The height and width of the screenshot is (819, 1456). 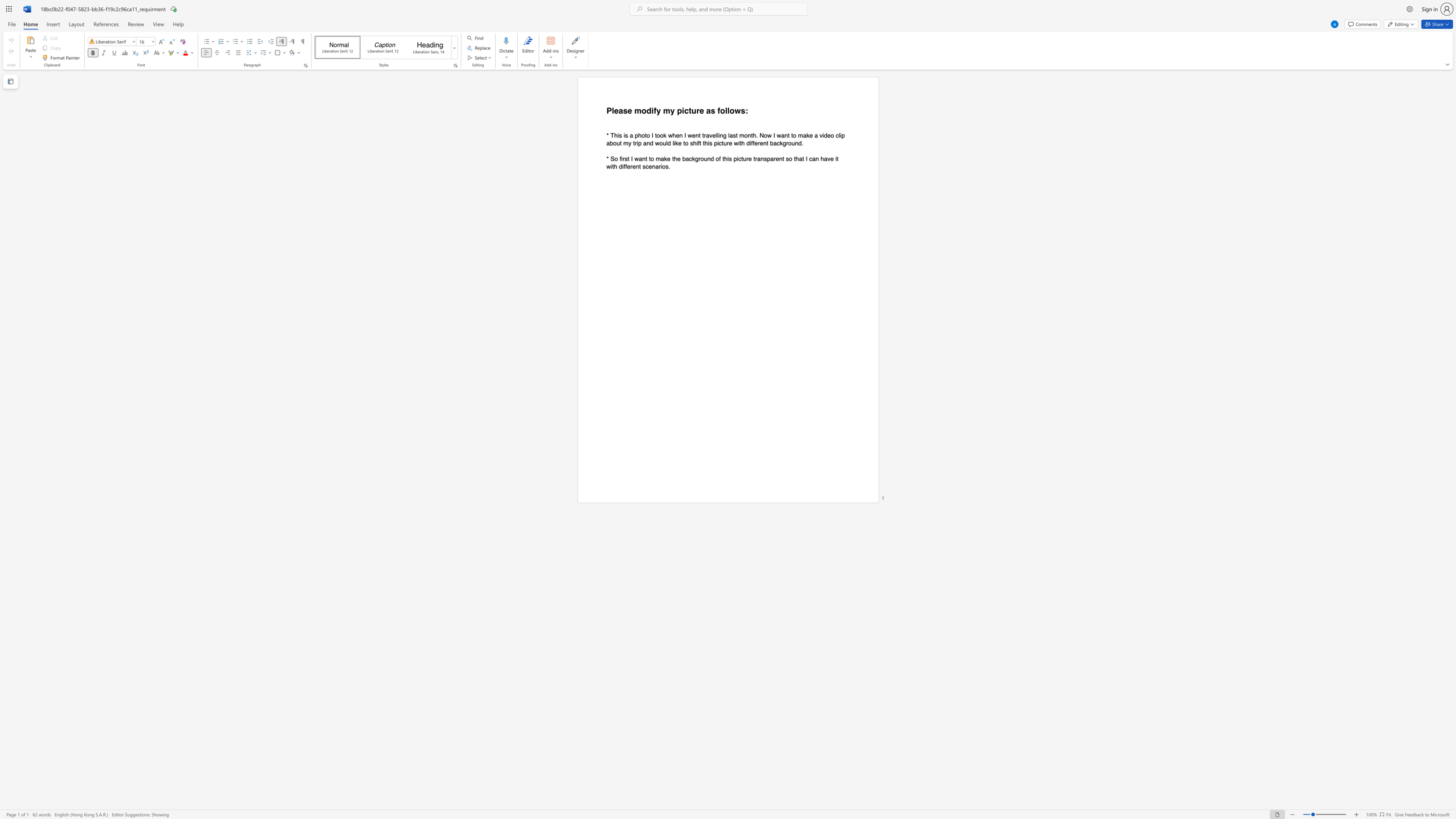 What do you see at coordinates (699, 158) in the screenshot?
I see `the 2th character "r" in the text` at bounding box center [699, 158].